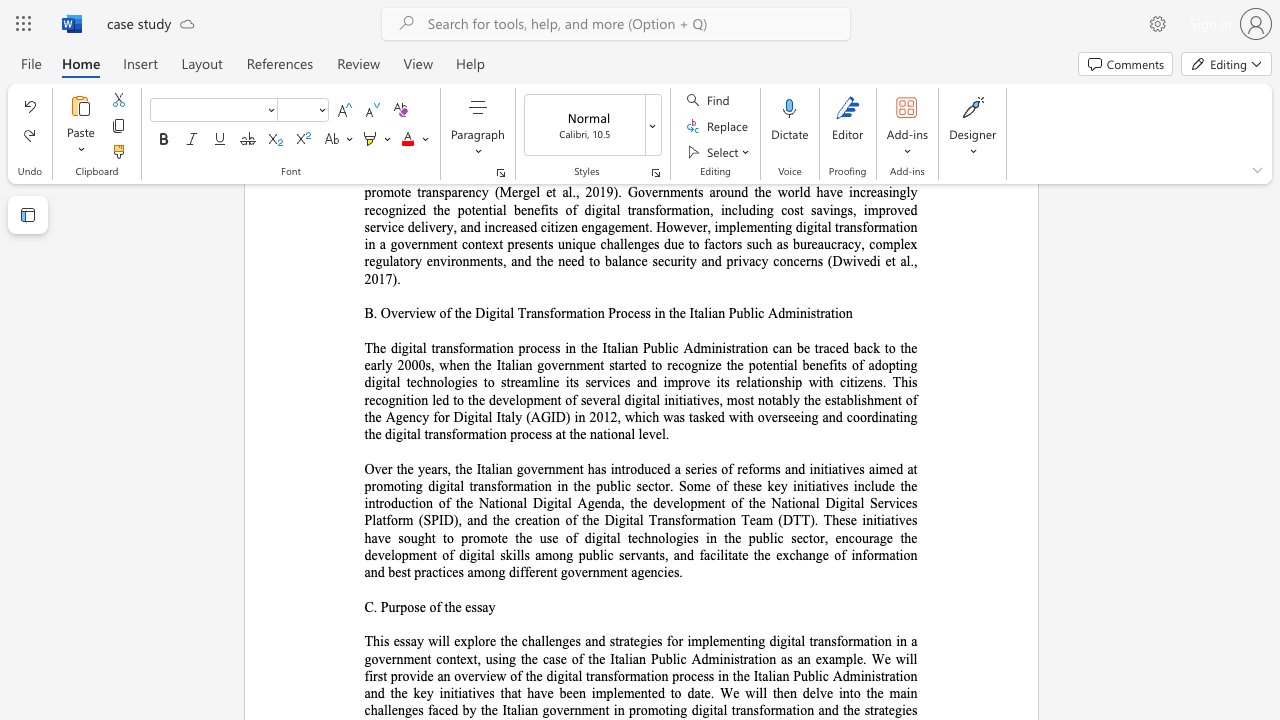 The width and height of the screenshot is (1280, 720). I want to click on the 1th character "y" in the text, so click(492, 606).